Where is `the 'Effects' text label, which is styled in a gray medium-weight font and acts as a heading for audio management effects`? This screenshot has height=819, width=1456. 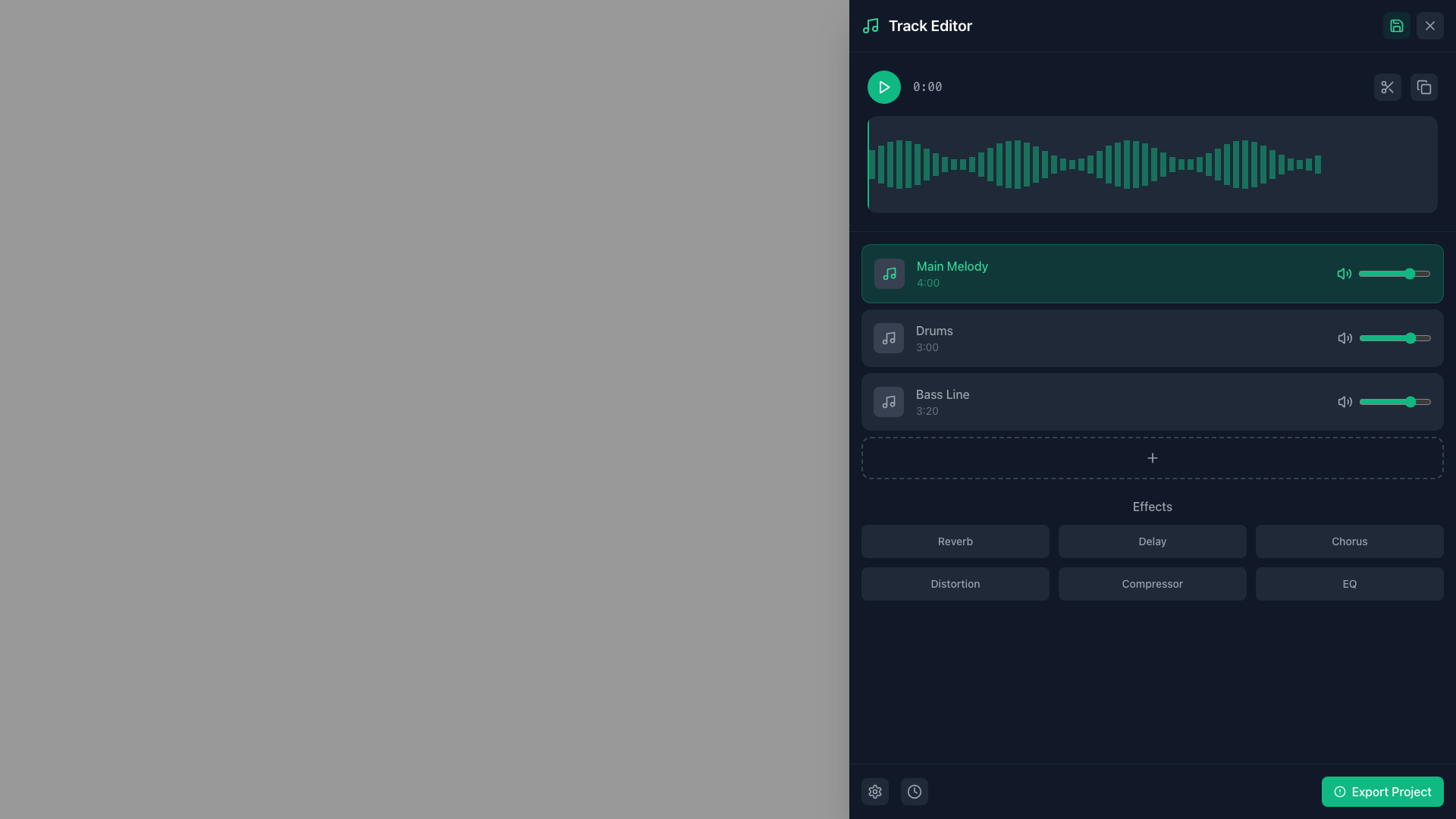 the 'Effects' text label, which is styled in a gray medium-weight font and acts as a heading for audio management effects is located at coordinates (1153, 506).